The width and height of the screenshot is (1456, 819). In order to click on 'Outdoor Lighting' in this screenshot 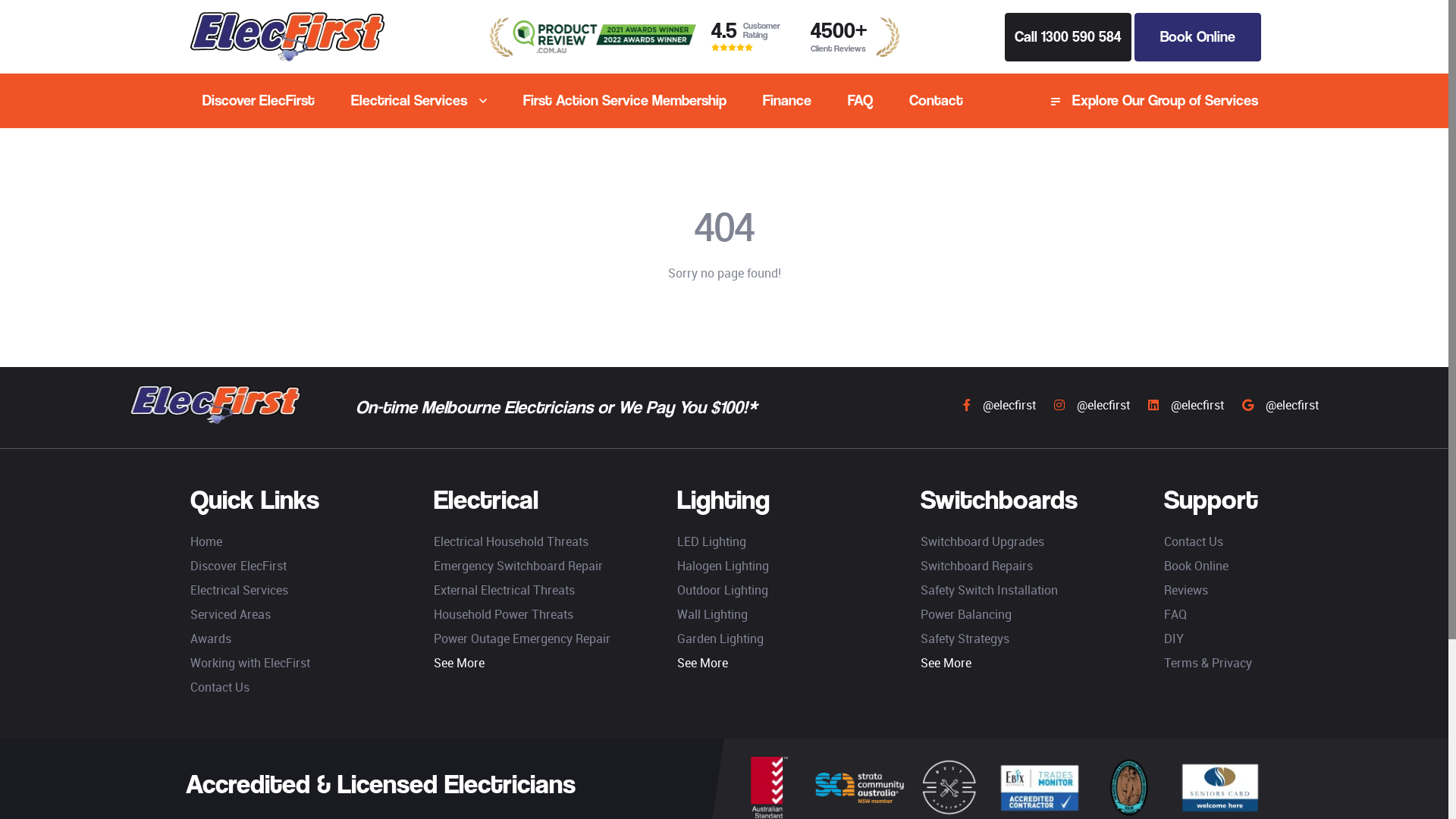, I will do `click(722, 589)`.